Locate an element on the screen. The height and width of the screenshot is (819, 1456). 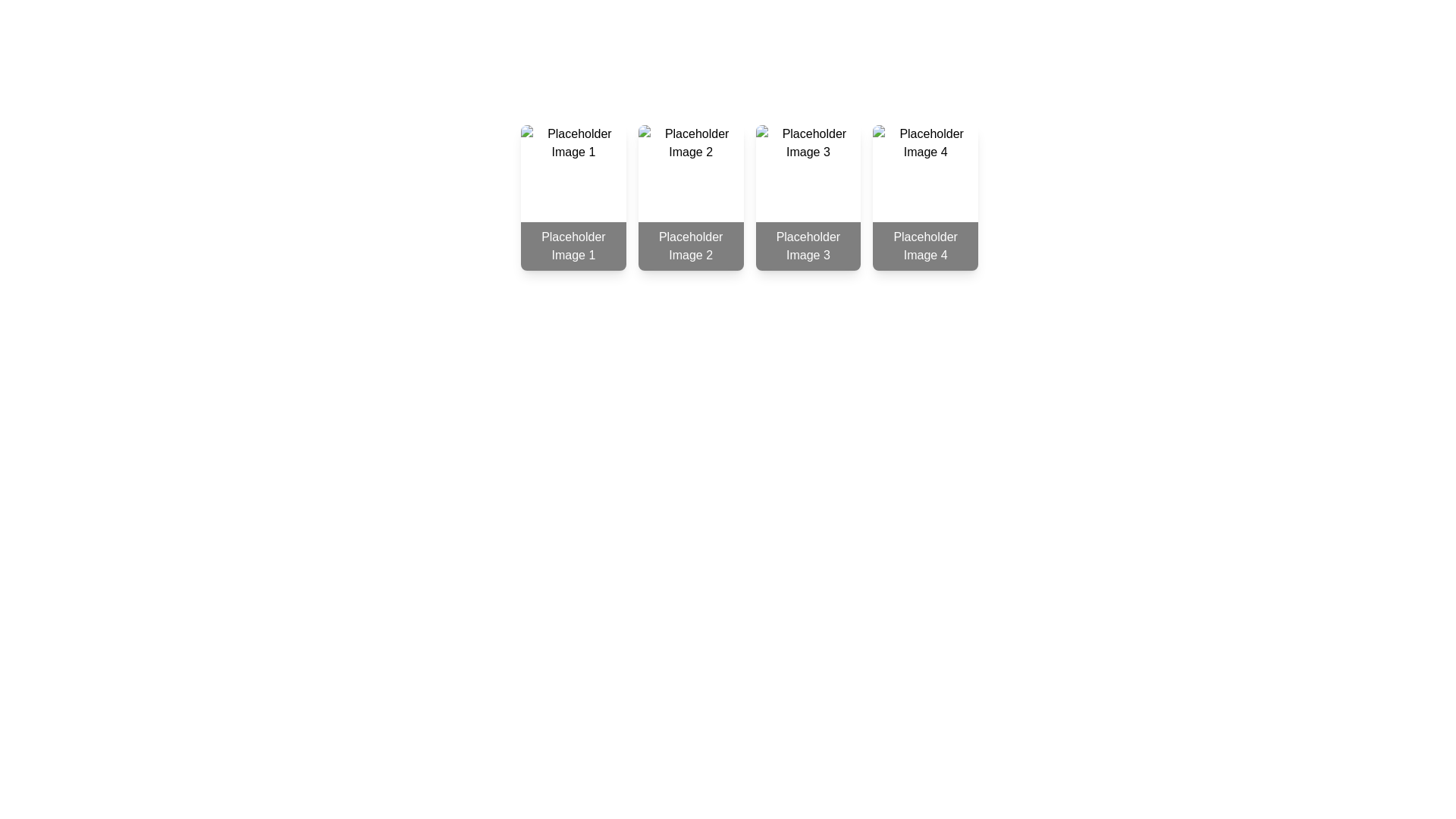
text label located at the bottom of the third card in a horizontally aligned group of four cards, which provides descriptive information about the displayed content is located at coordinates (807, 245).